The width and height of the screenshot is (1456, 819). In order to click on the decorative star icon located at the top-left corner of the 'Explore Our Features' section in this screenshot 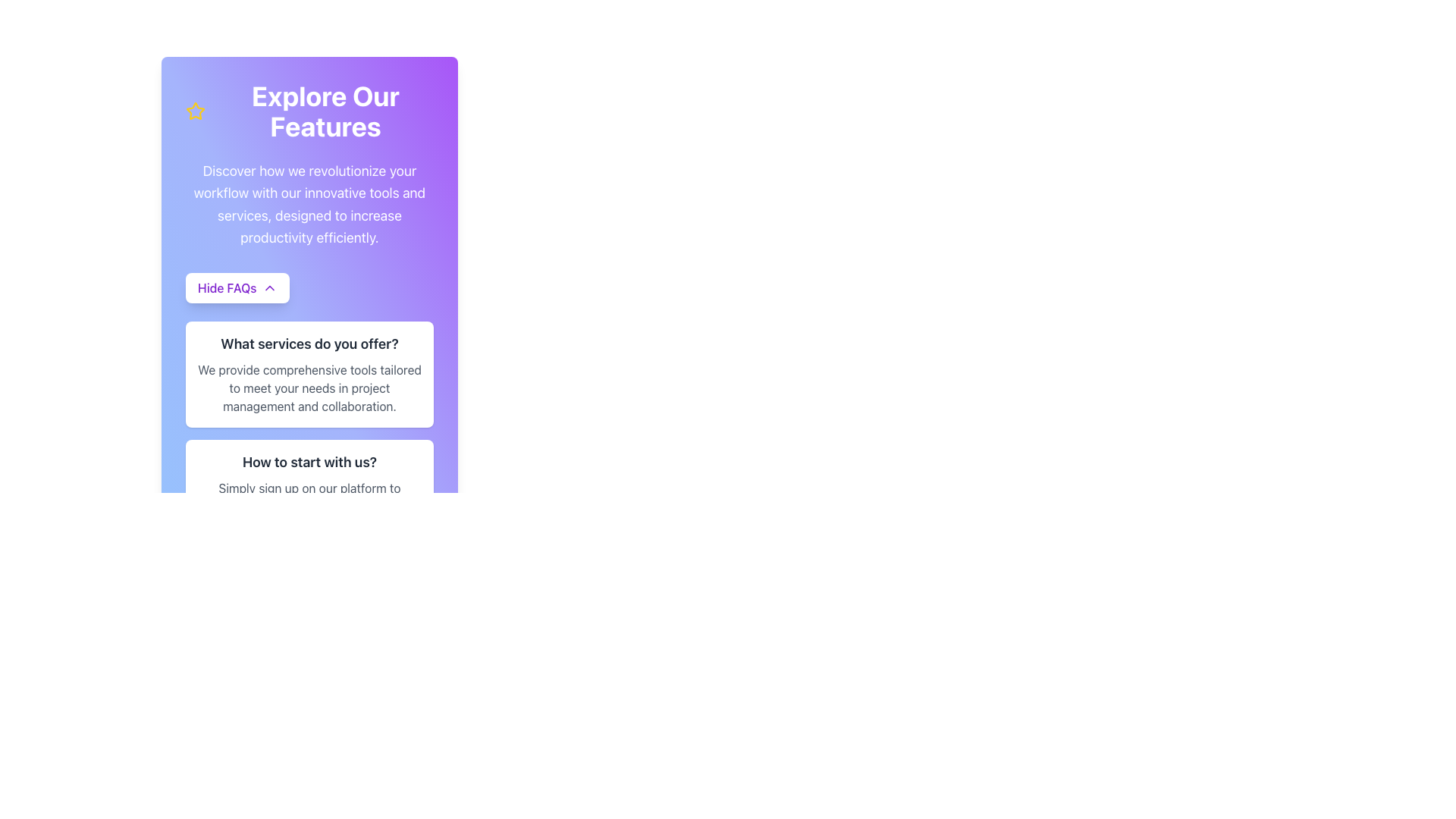, I will do `click(195, 110)`.